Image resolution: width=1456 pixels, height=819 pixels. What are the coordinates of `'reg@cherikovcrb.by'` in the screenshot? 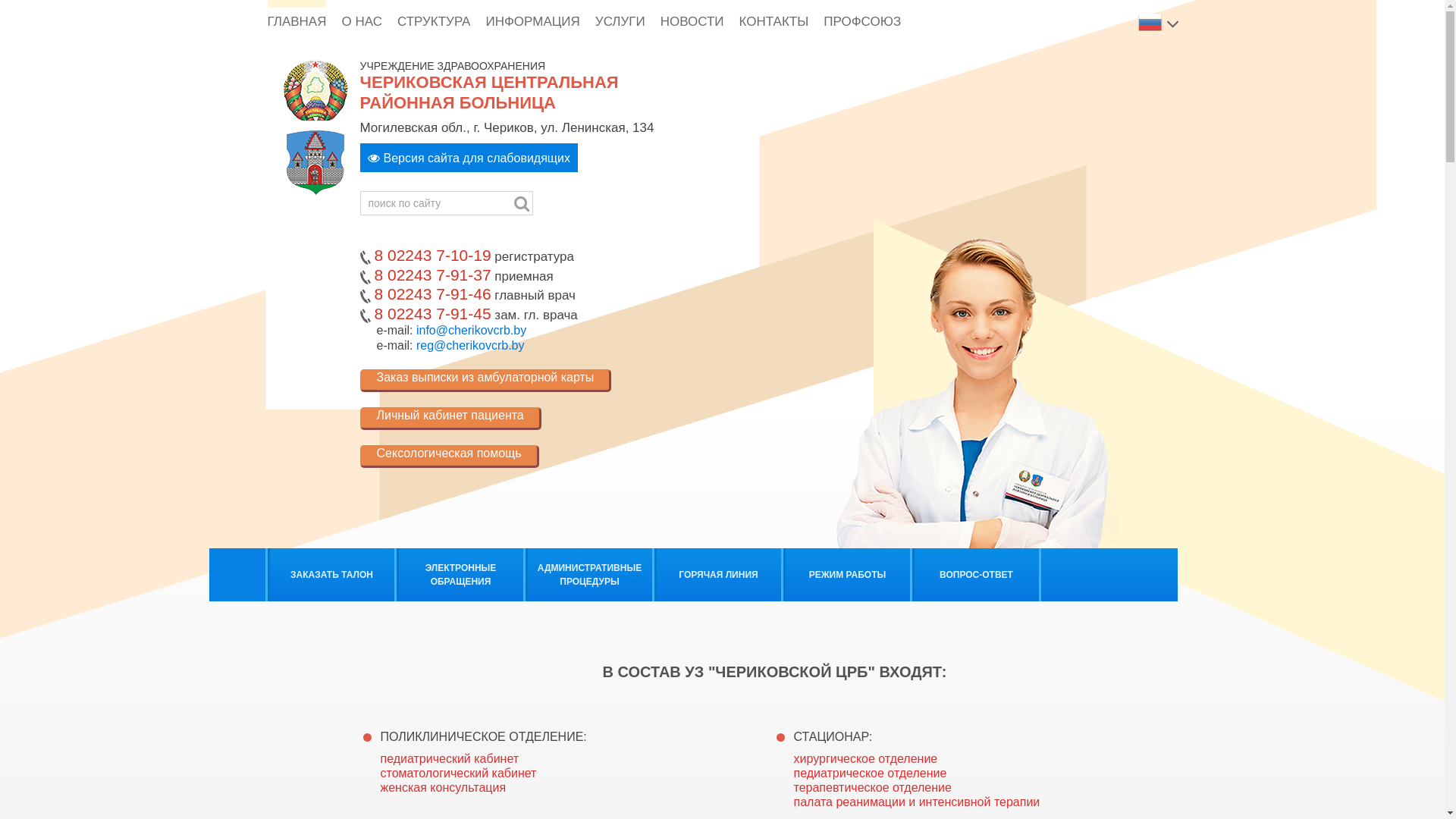 It's located at (469, 345).